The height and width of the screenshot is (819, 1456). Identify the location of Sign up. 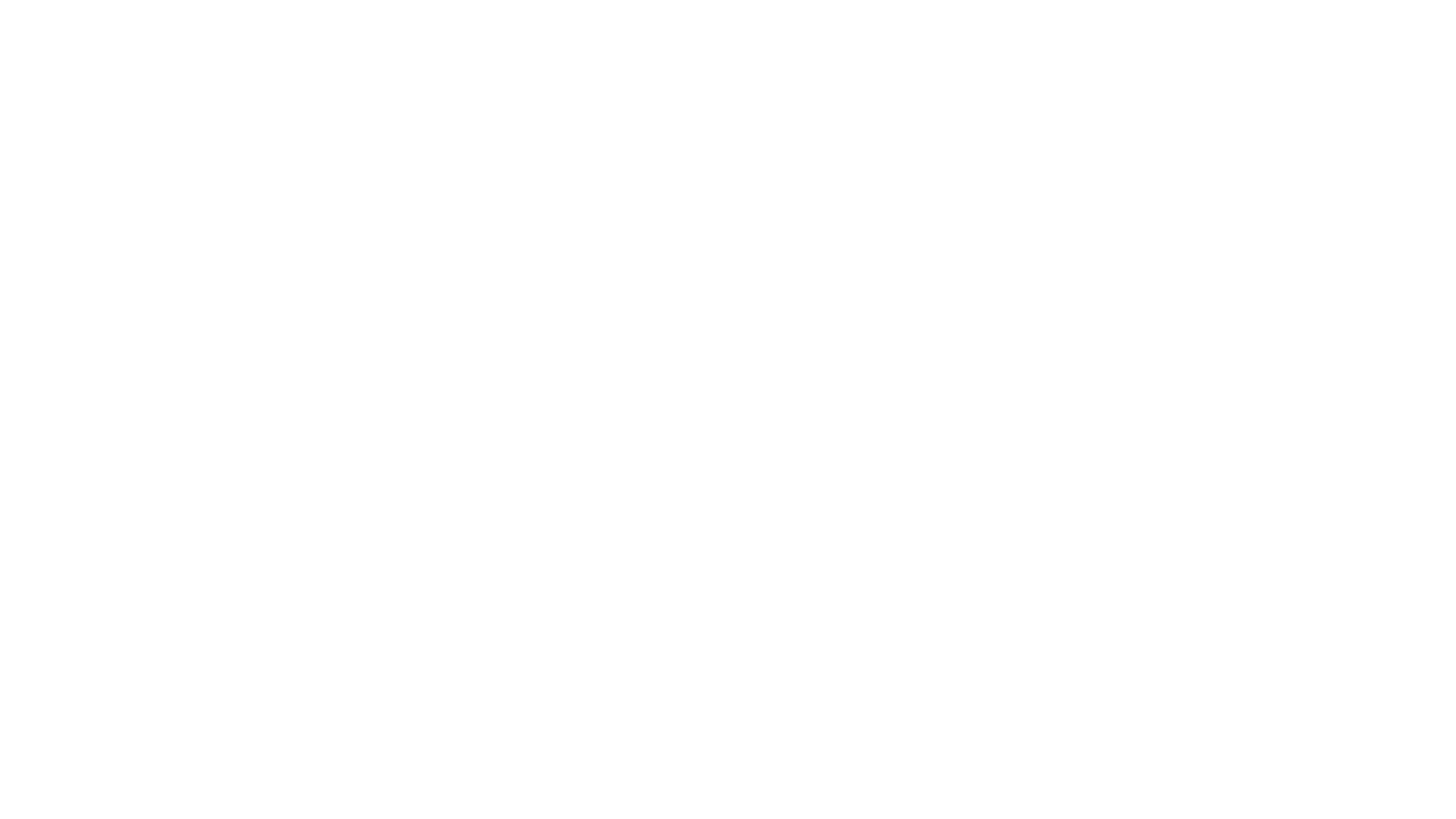
(1118, 37).